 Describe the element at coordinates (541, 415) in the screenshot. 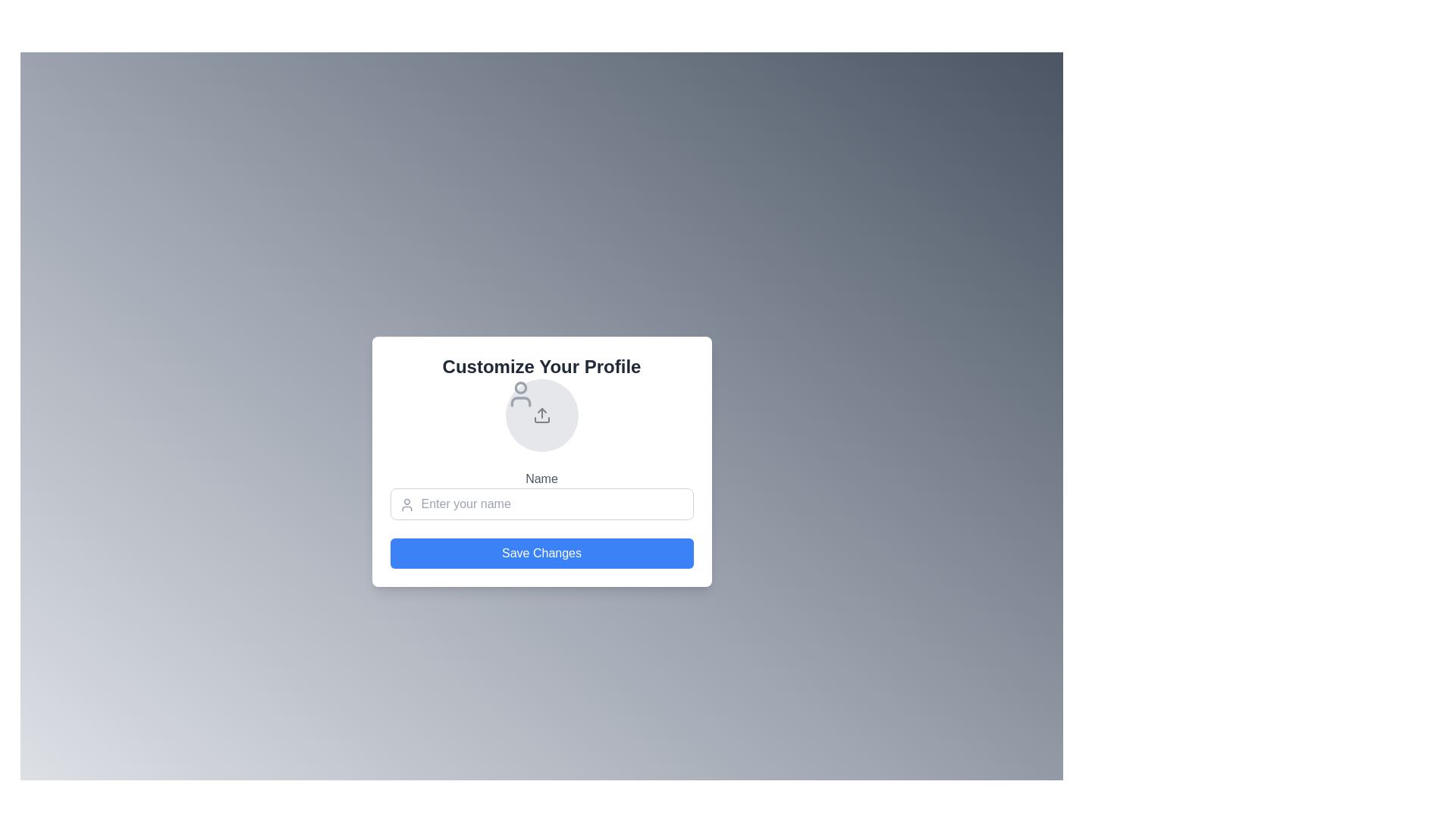

I see `the image upload placeholder located at the central top of the modal interface beneath the title 'Customize Your Profile'` at that location.